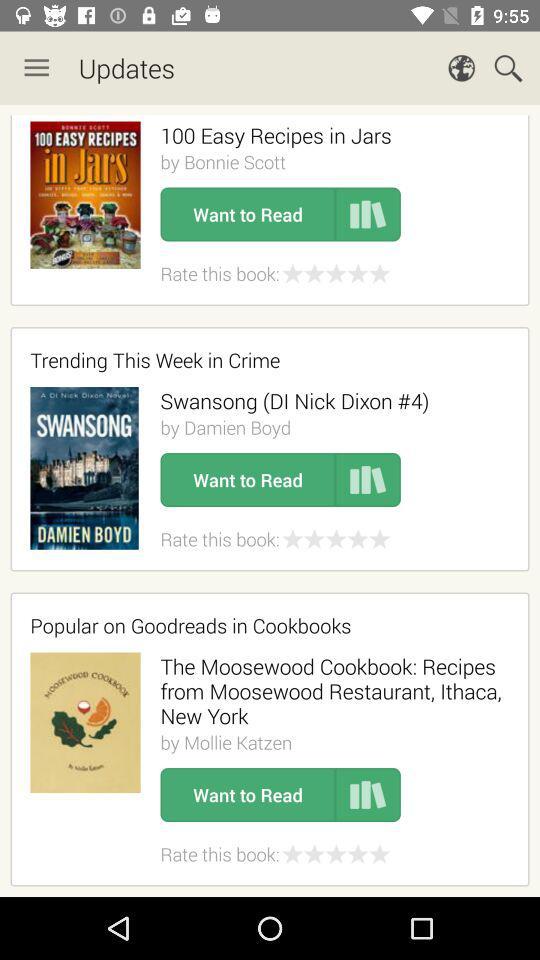 This screenshot has height=960, width=540. What do you see at coordinates (275, 134) in the screenshot?
I see `100 easy recipes` at bounding box center [275, 134].